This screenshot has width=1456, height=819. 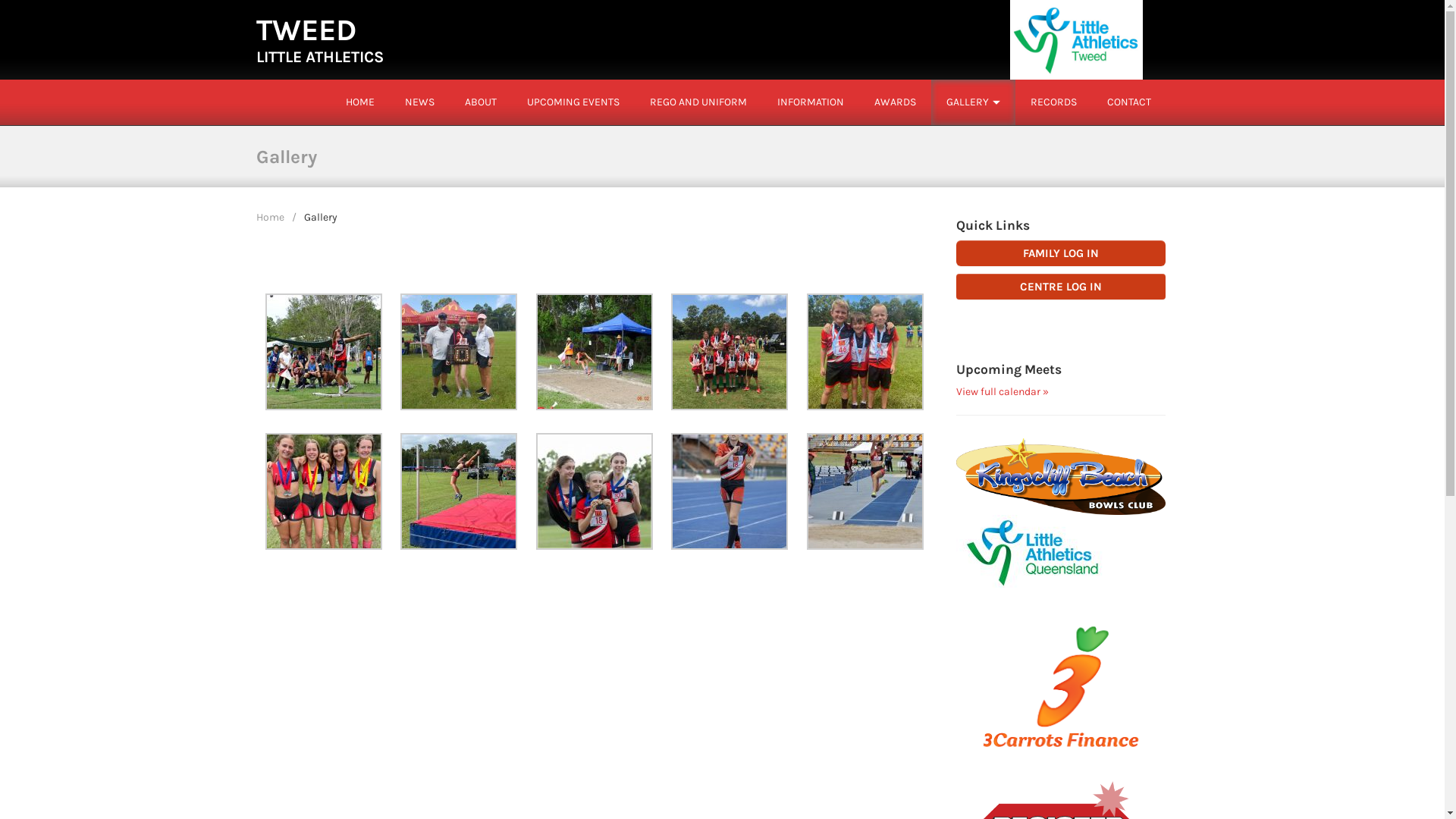 What do you see at coordinates (526, 102) in the screenshot?
I see `'UPCOMING EVENTS'` at bounding box center [526, 102].